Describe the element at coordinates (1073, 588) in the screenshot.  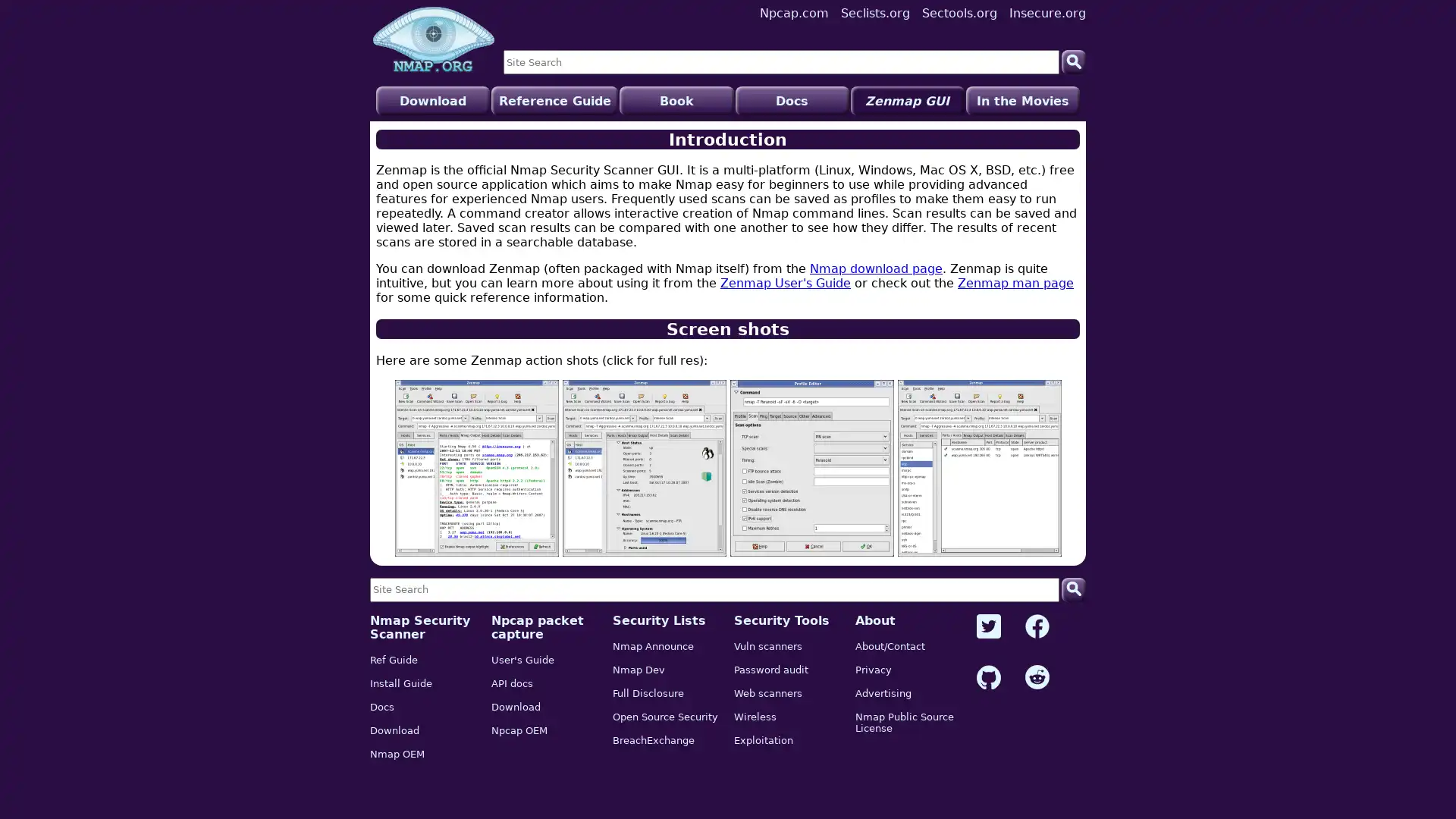
I see `Search` at that location.